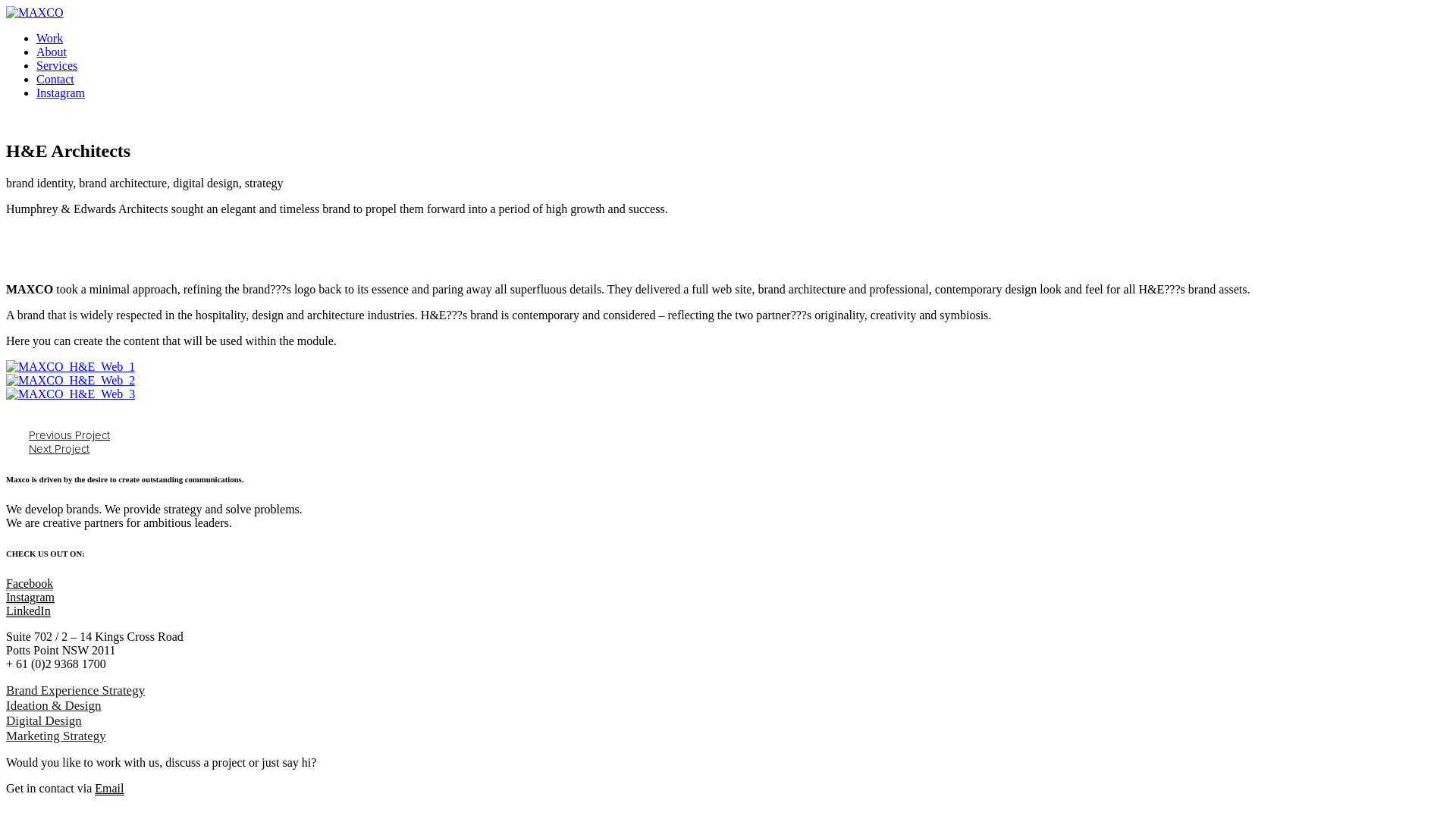 The width and height of the screenshot is (1456, 819). What do you see at coordinates (58, 447) in the screenshot?
I see `'Next Project'` at bounding box center [58, 447].